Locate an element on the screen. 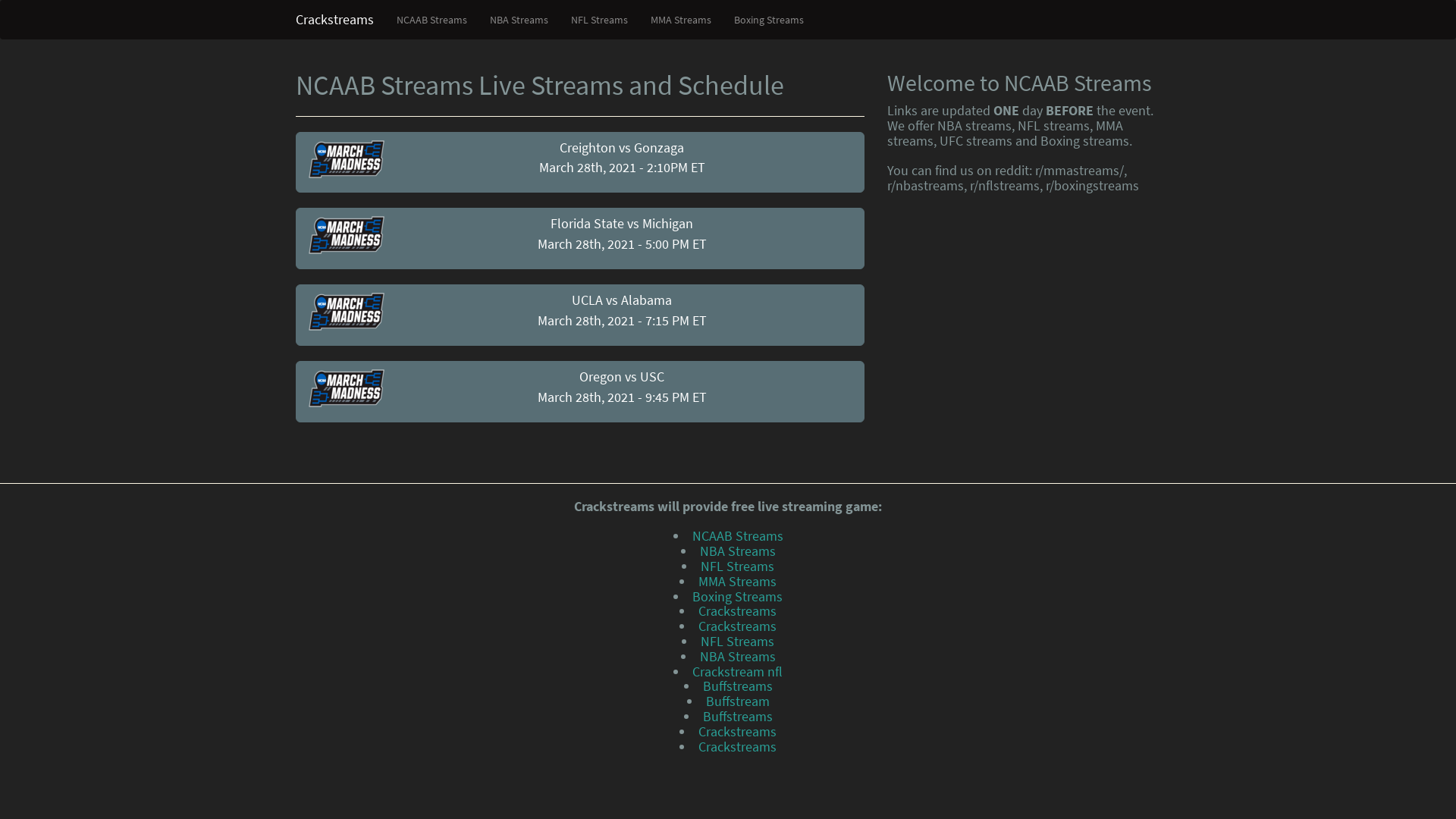 Image resolution: width=1456 pixels, height=819 pixels. 'NCAAB Streams' is located at coordinates (345, 158).